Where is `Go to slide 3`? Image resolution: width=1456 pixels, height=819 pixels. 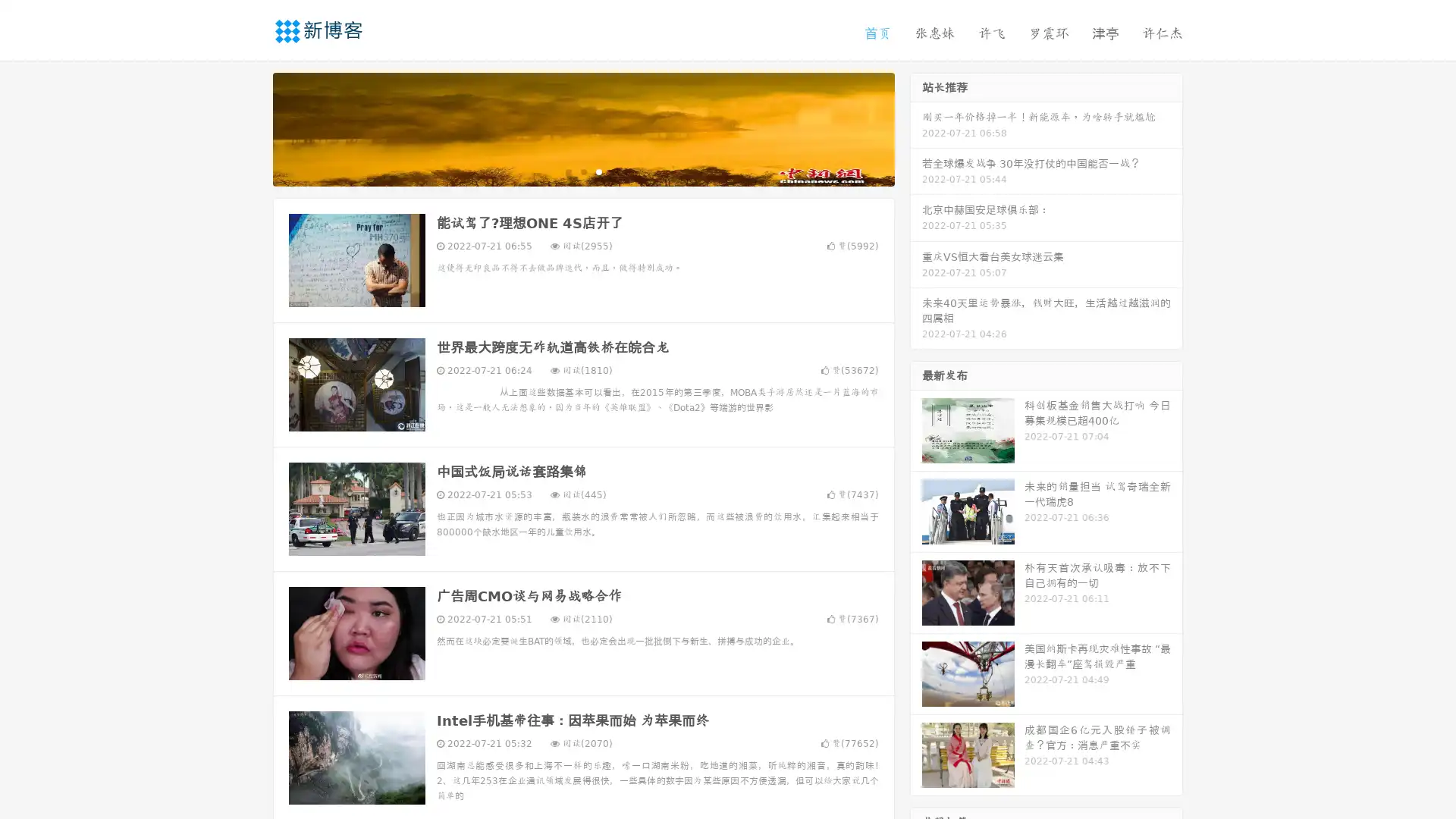
Go to slide 3 is located at coordinates (598, 171).